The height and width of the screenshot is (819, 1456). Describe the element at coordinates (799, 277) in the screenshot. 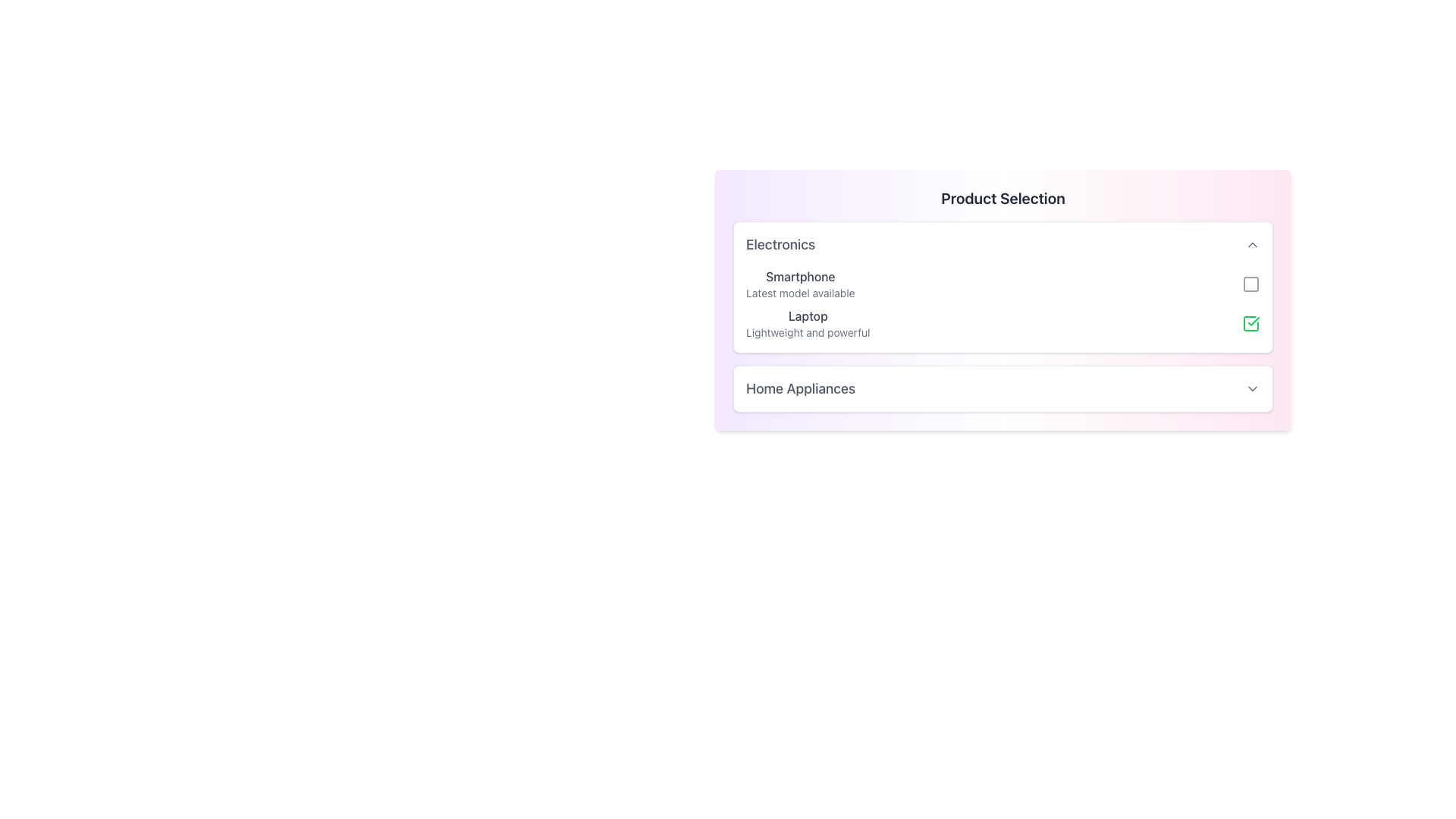

I see `the text label displaying 'Smartphone' in medium gray font, positioned at the top of the 'Electronics' category section` at that location.